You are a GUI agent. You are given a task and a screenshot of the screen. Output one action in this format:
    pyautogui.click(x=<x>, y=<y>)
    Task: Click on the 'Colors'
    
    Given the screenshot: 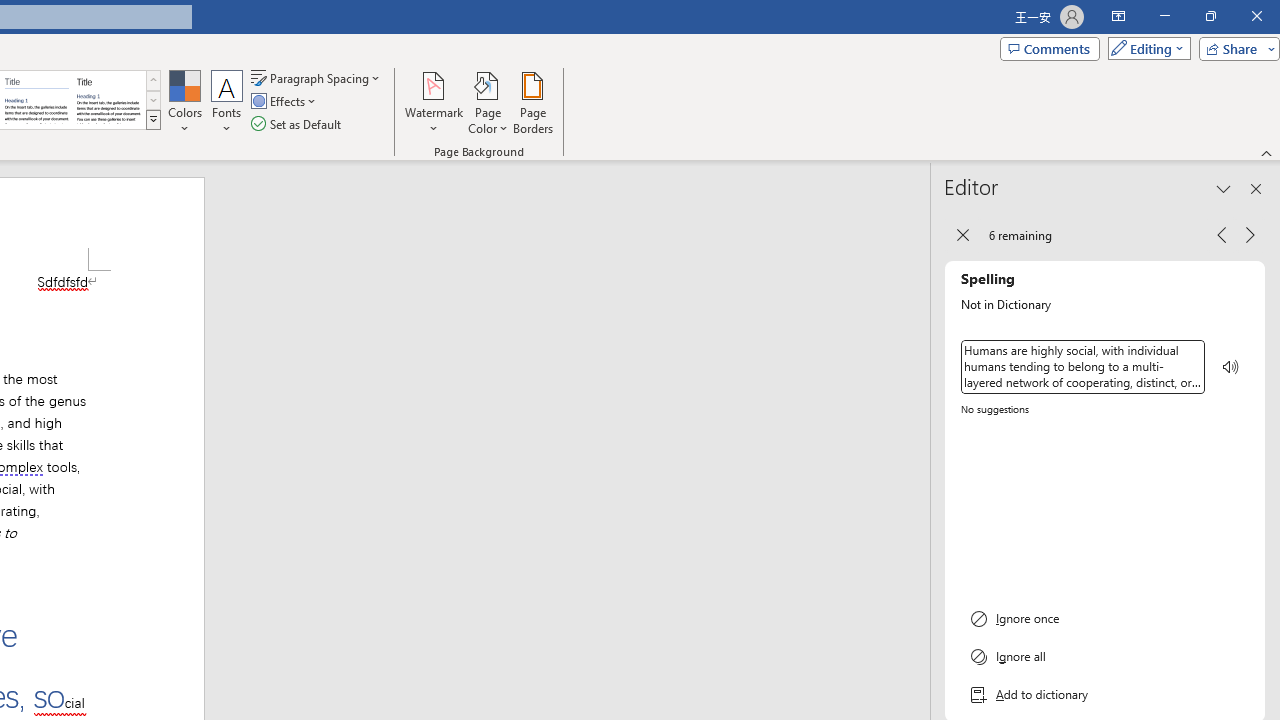 What is the action you would take?
    pyautogui.click(x=184, y=103)
    